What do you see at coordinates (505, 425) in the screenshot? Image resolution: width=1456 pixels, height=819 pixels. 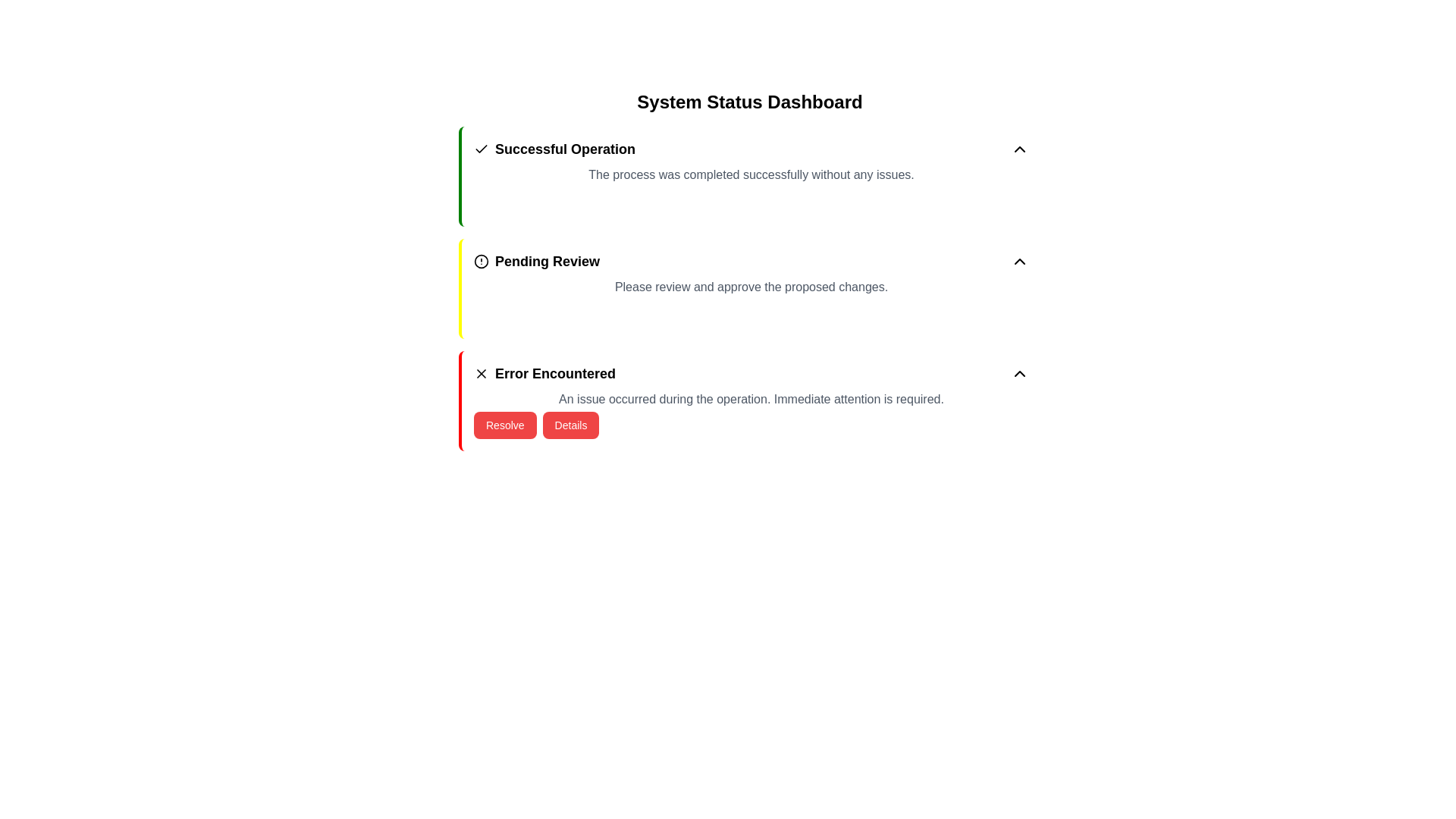 I see `the 'Resolve' button, which is a red rectangular button with white bold text located in the 'Error Encountered' section` at bounding box center [505, 425].